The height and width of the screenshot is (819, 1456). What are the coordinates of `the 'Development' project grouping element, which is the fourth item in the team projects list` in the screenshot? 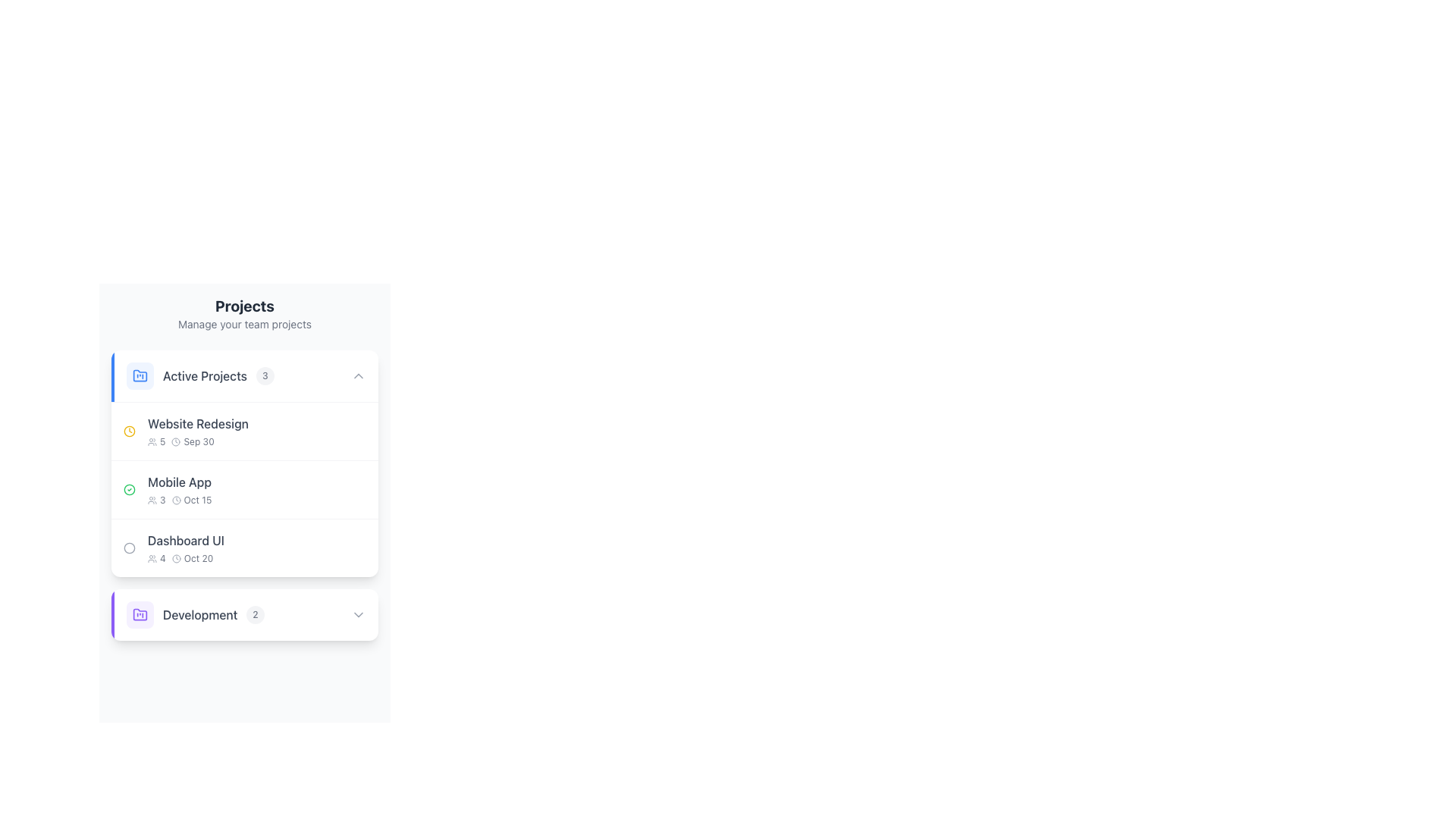 It's located at (194, 614).